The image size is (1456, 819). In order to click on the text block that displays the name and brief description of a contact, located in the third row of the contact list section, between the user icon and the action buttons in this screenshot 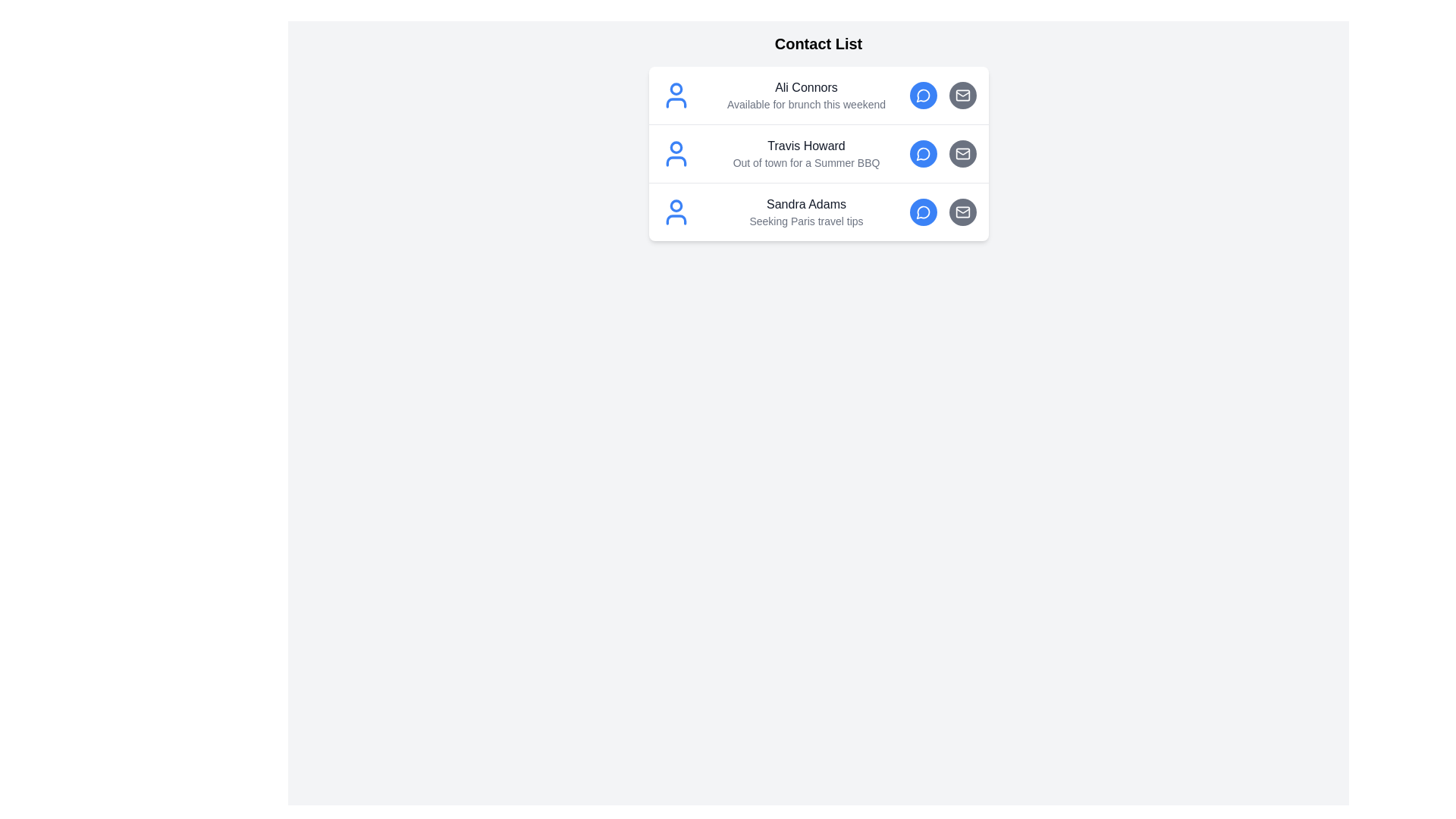, I will do `click(805, 212)`.